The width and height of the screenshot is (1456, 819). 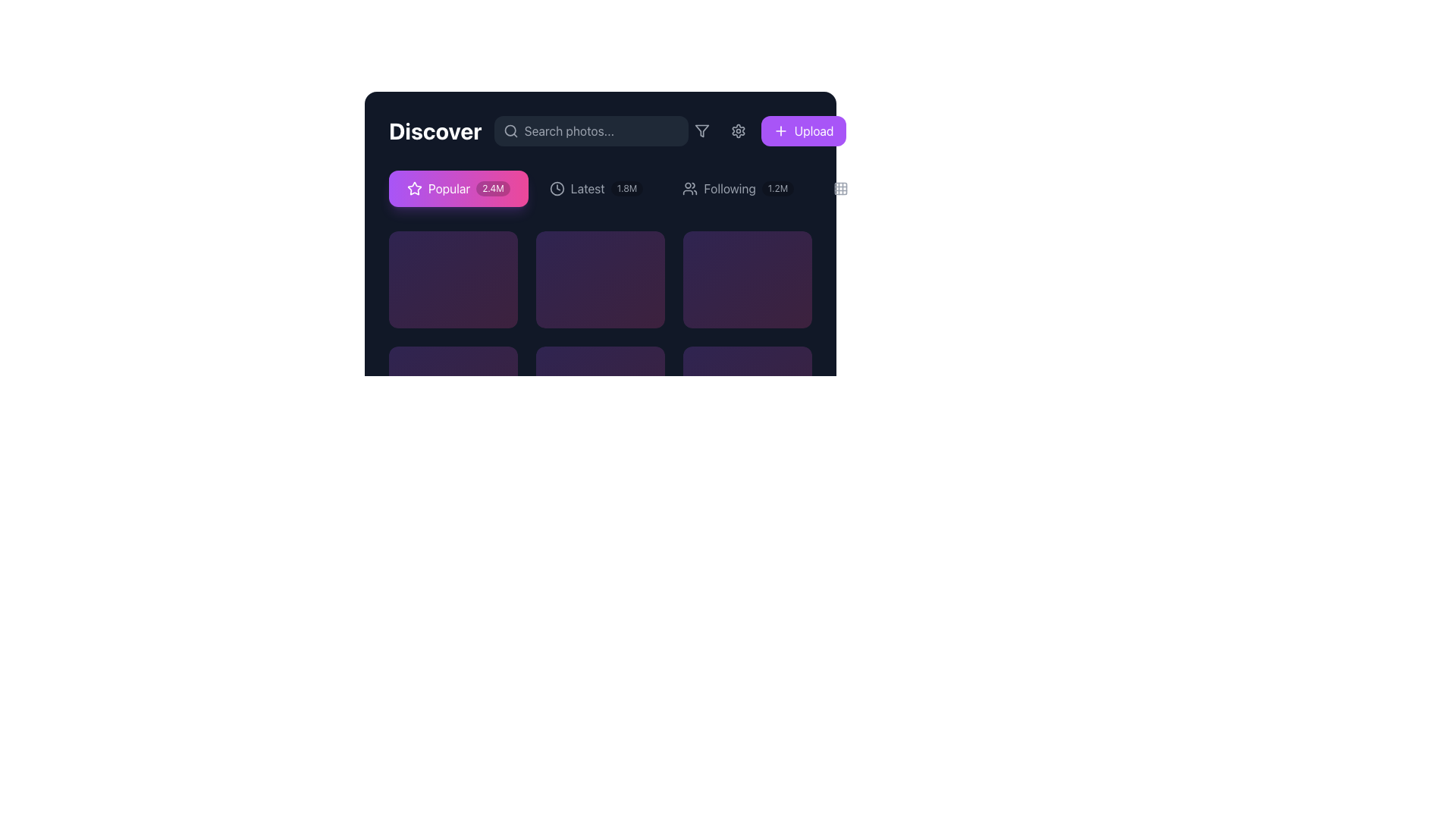 I want to click on the circular clock icon representing 'Latest' content, located in the top navigation area between 'Popular' and 'Following', so click(x=556, y=188).